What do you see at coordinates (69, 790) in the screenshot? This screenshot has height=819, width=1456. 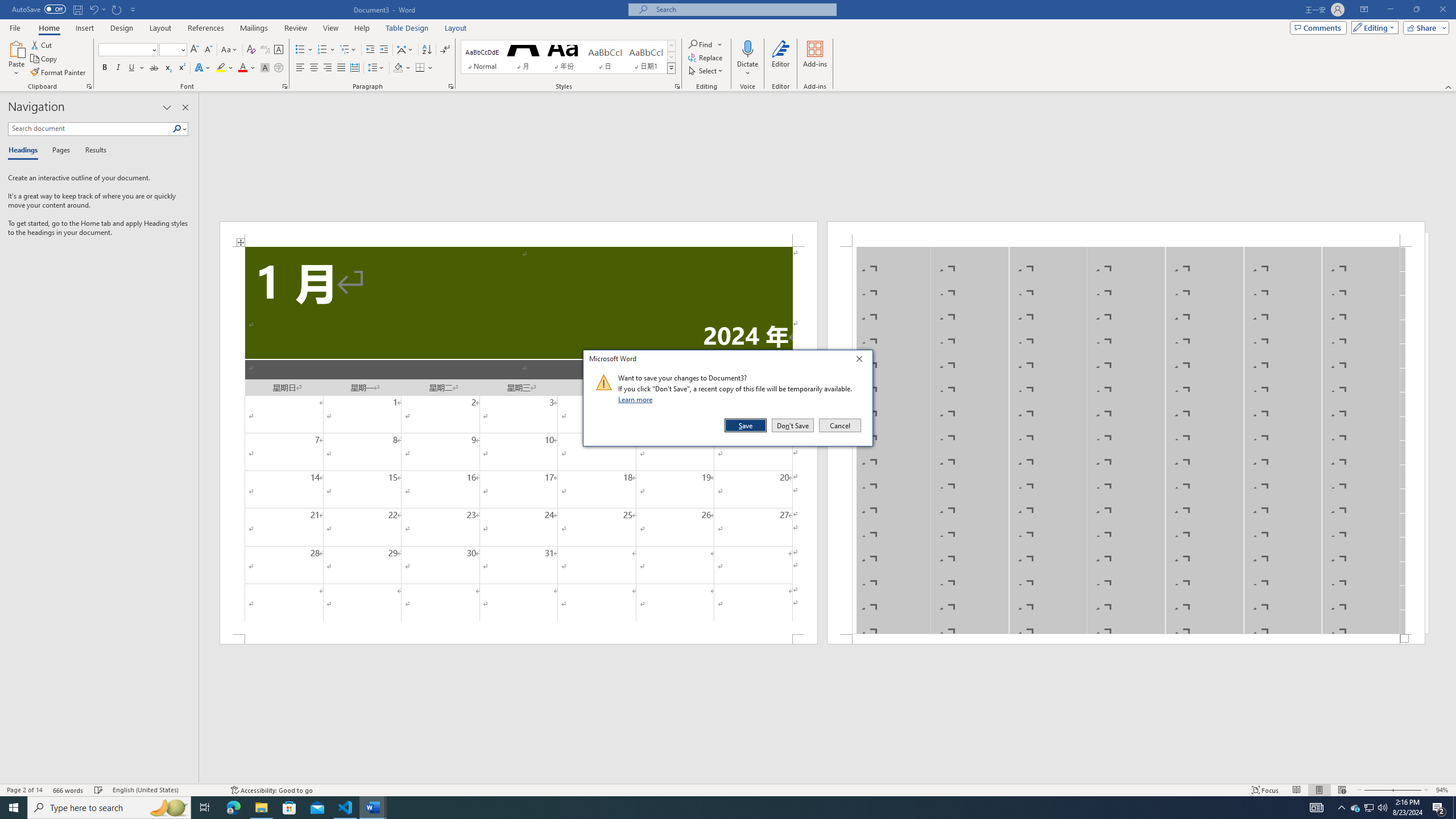 I see `'Word Count 666 words'` at bounding box center [69, 790].